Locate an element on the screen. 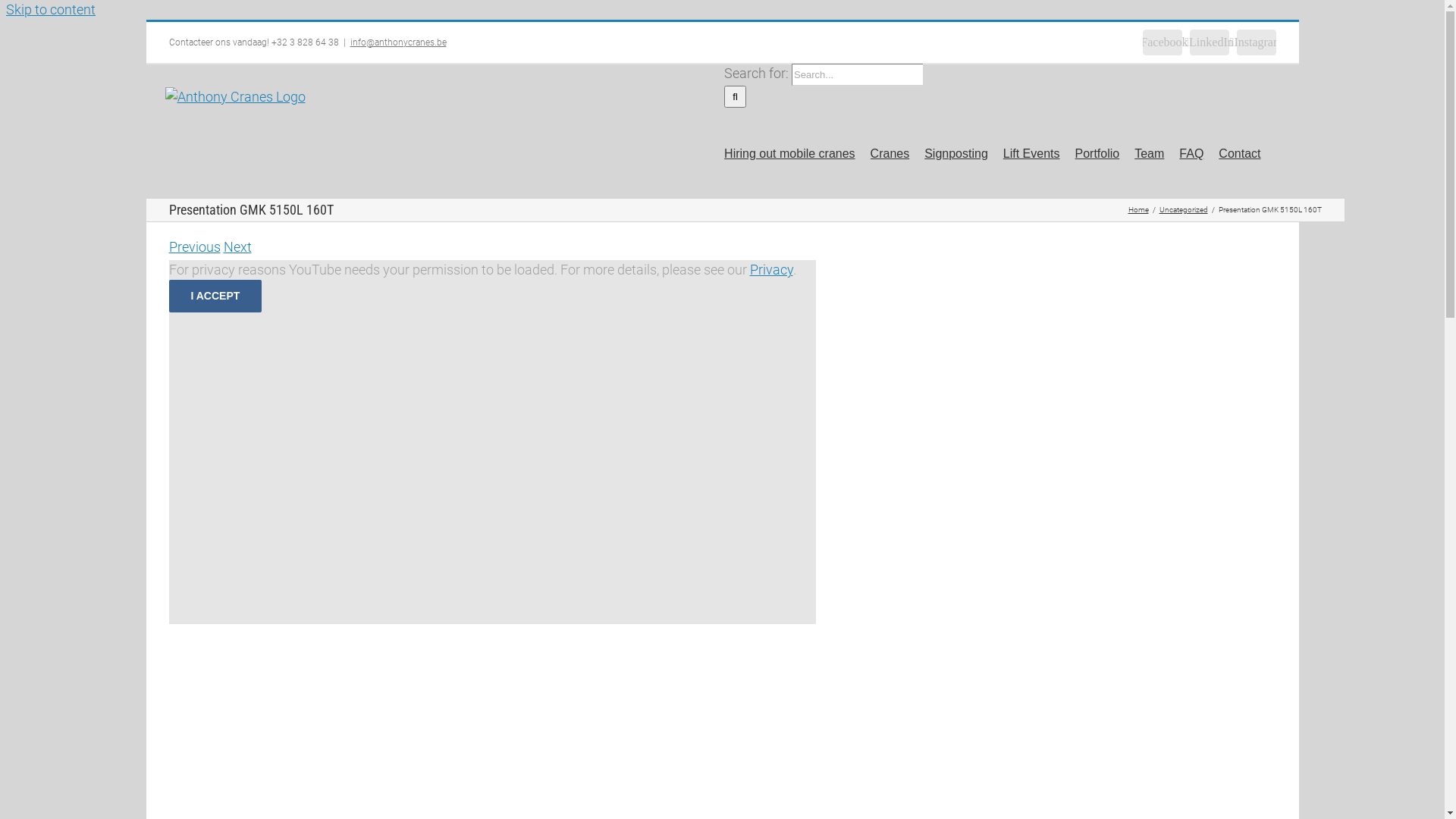  'Portfolio' is located at coordinates (1097, 152).